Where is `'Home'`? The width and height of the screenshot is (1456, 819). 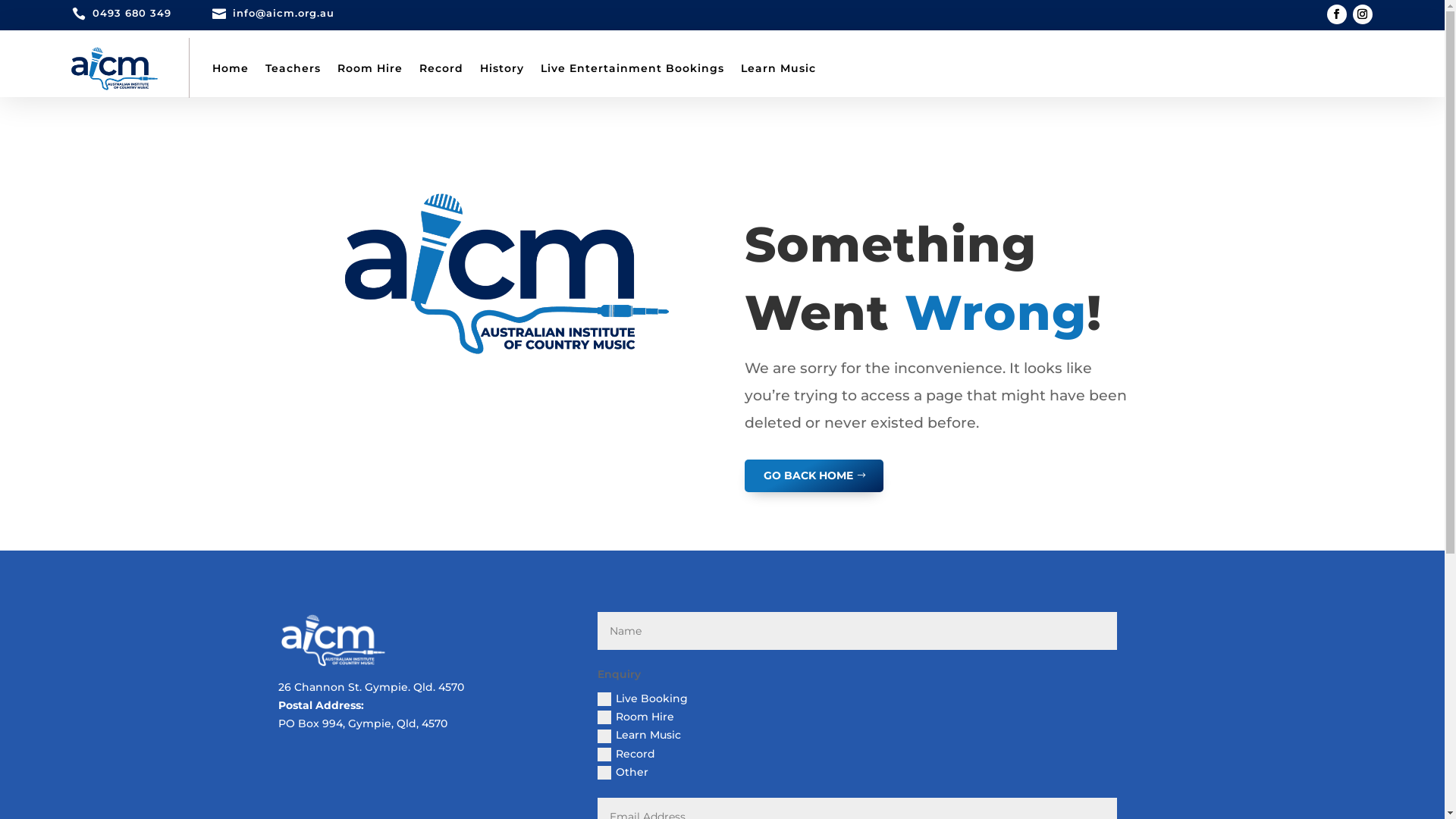
'Home' is located at coordinates (229, 67).